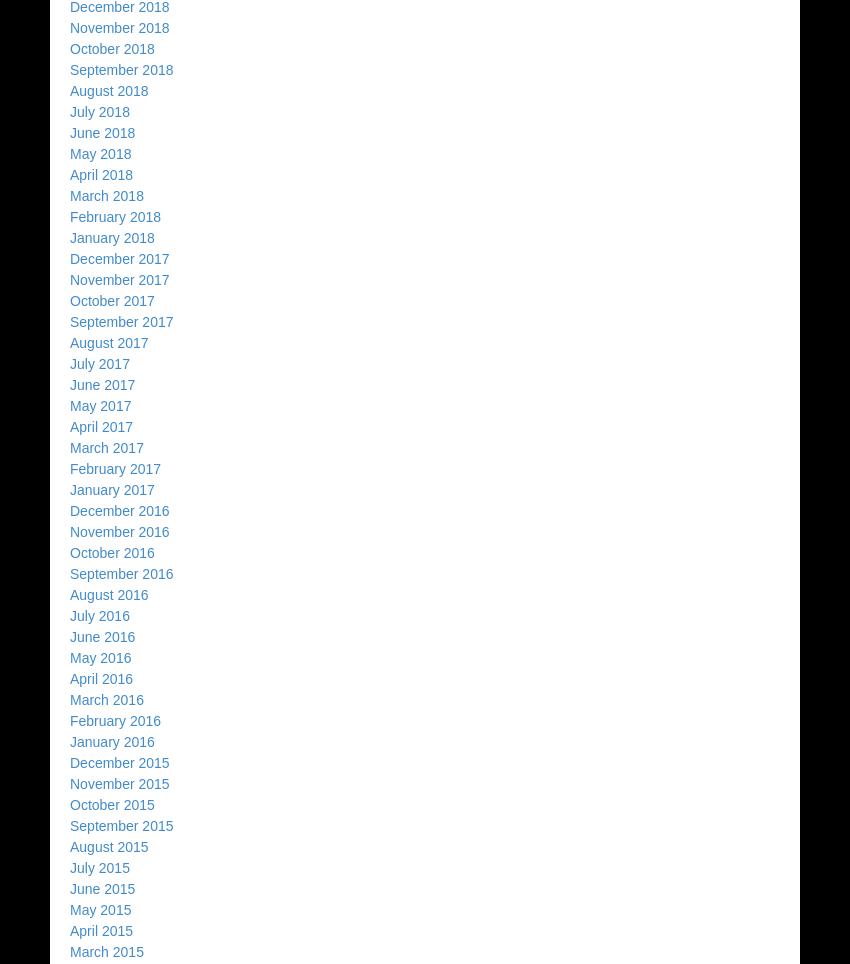 The height and width of the screenshot is (964, 850). Describe the element at coordinates (70, 823) in the screenshot. I see `'September 2015'` at that location.